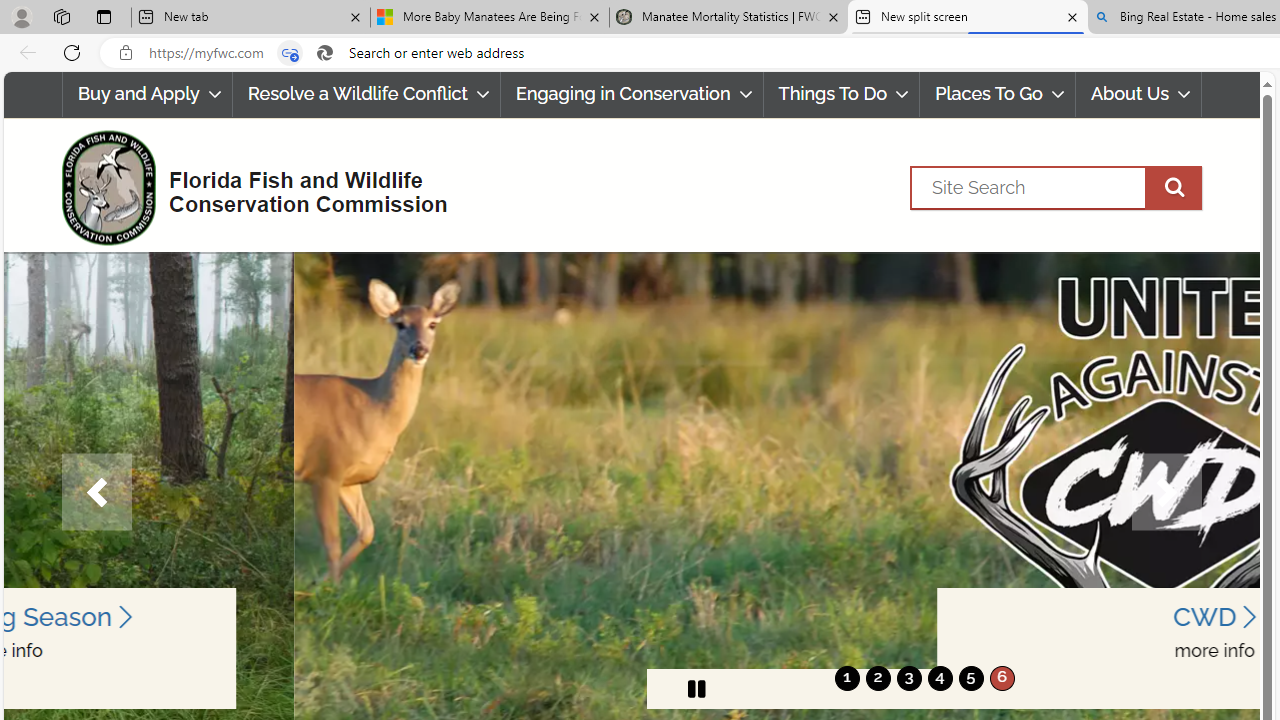 Image resolution: width=1280 pixels, height=720 pixels. I want to click on 'Things To Do', so click(842, 94).